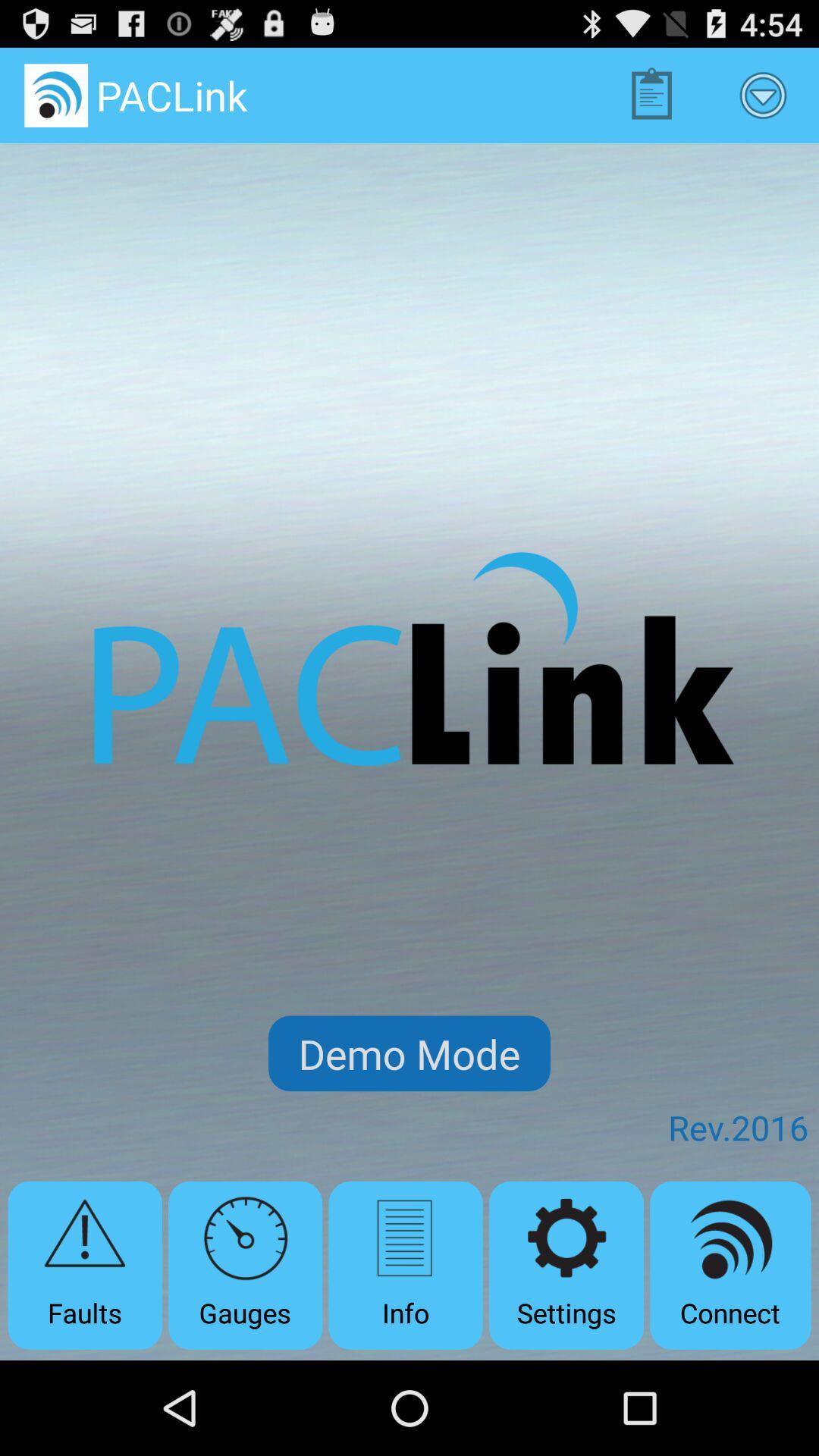  What do you see at coordinates (405, 1265) in the screenshot?
I see `icon below demo mode` at bounding box center [405, 1265].